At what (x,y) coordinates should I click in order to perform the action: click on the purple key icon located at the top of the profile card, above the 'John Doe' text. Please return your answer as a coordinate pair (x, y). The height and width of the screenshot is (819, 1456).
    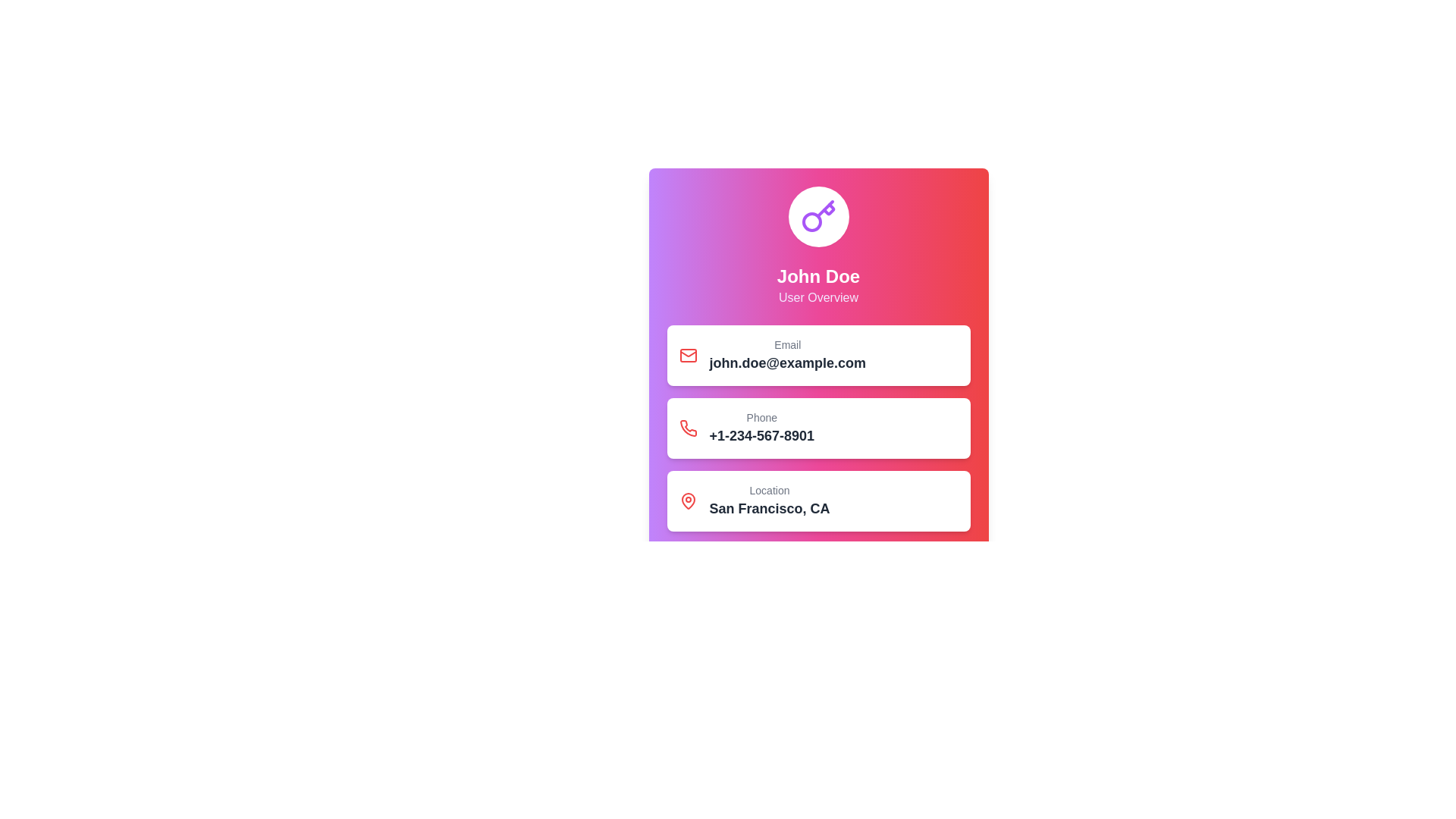
    Looking at the image, I should click on (817, 216).